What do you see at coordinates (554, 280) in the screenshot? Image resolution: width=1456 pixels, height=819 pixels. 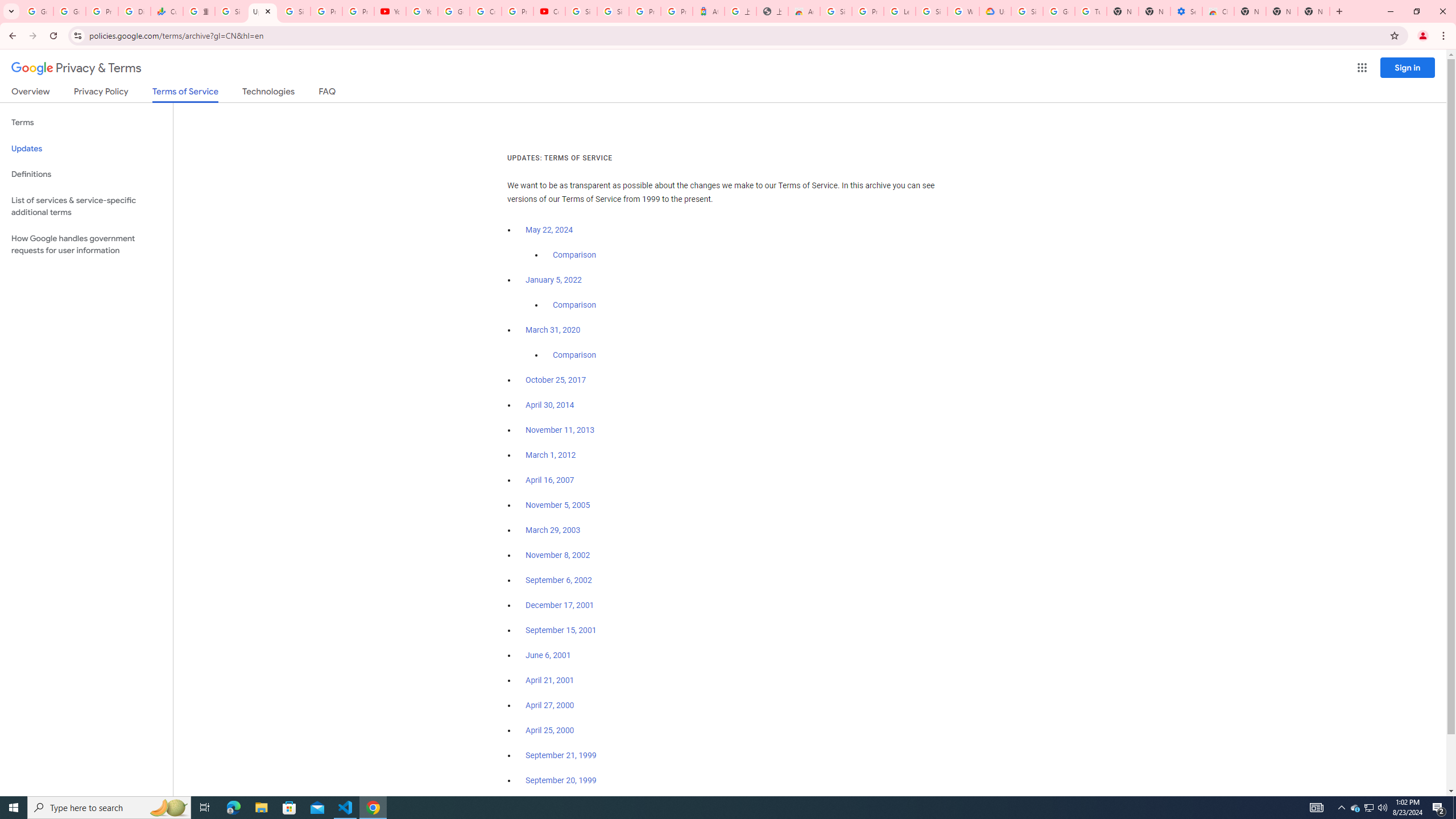 I see `'January 5, 2022'` at bounding box center [554, 280].